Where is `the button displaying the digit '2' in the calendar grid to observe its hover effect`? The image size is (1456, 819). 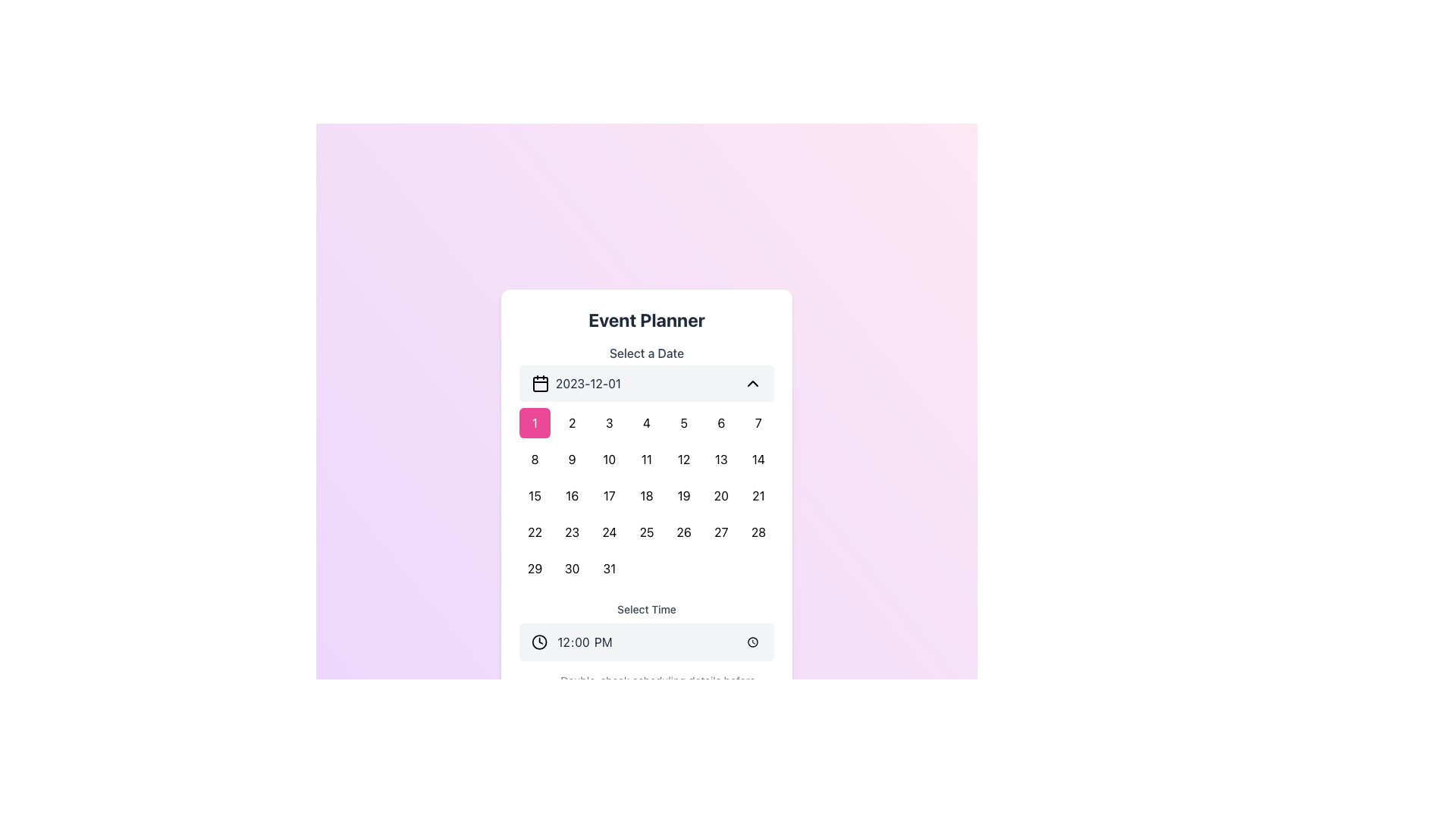 the button displaying the digit '2' in the calendar grid to observe its hover effect is located at coordinates (571, 423).